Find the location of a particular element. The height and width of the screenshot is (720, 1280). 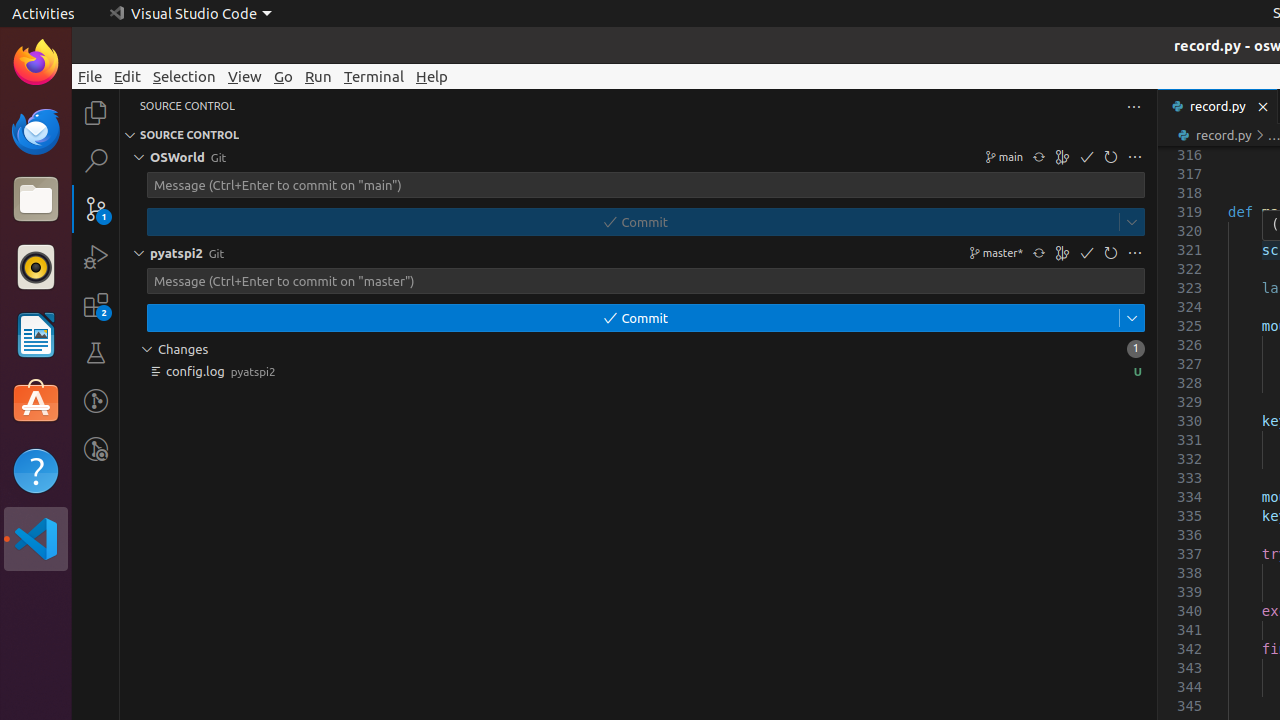

'Run and Debug (Ctrl+Shift+D)' is located at coordinates (95, 255).